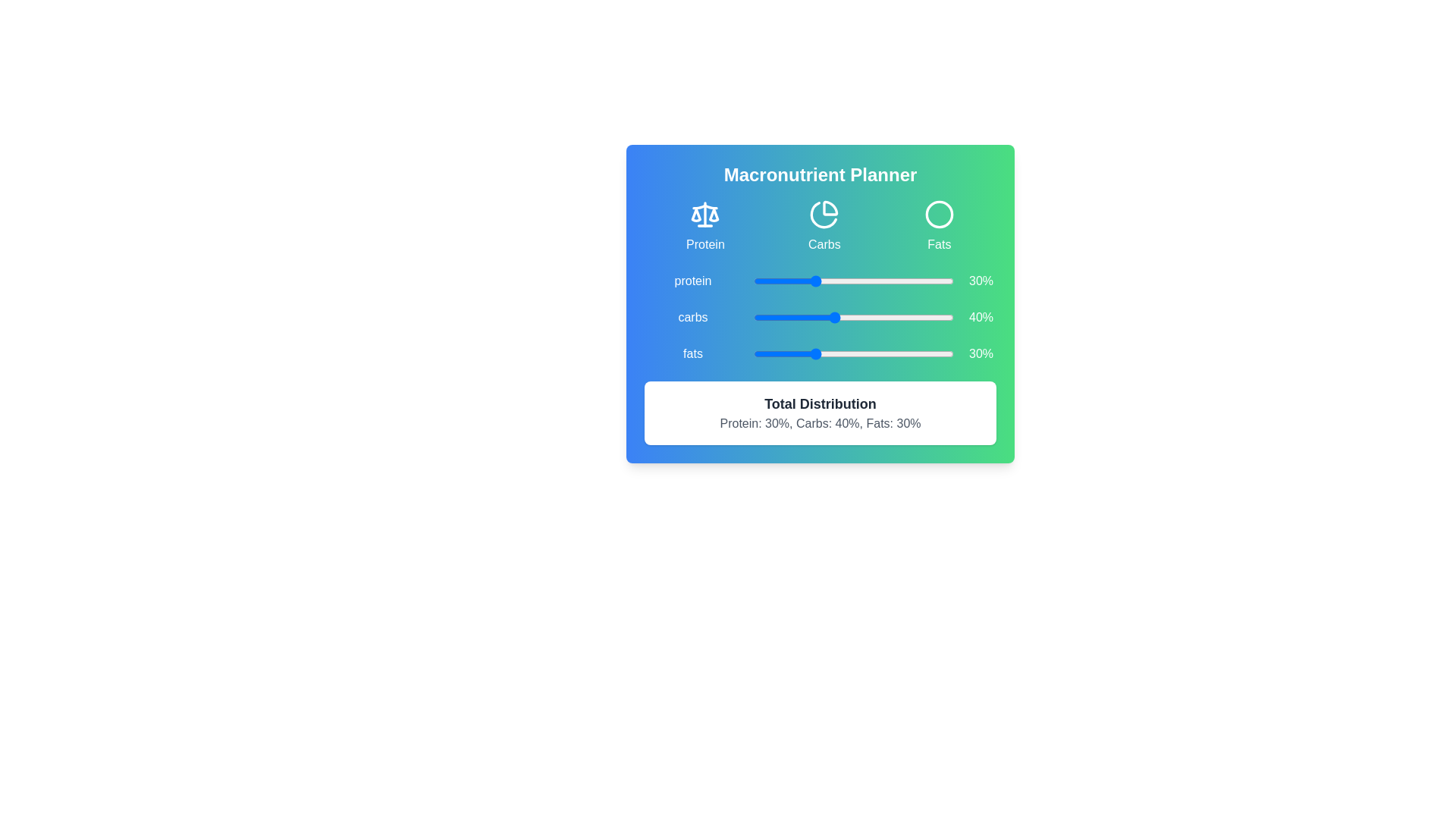 The image size is (1456, 819). Describe the element at coordinates (819, 424) in the screenshot. I see `the informational text label that displays the percentage breakdown of macronutrient distribution, located below the title 'Total Distribution' in the macronutrient planner interface` at that location.